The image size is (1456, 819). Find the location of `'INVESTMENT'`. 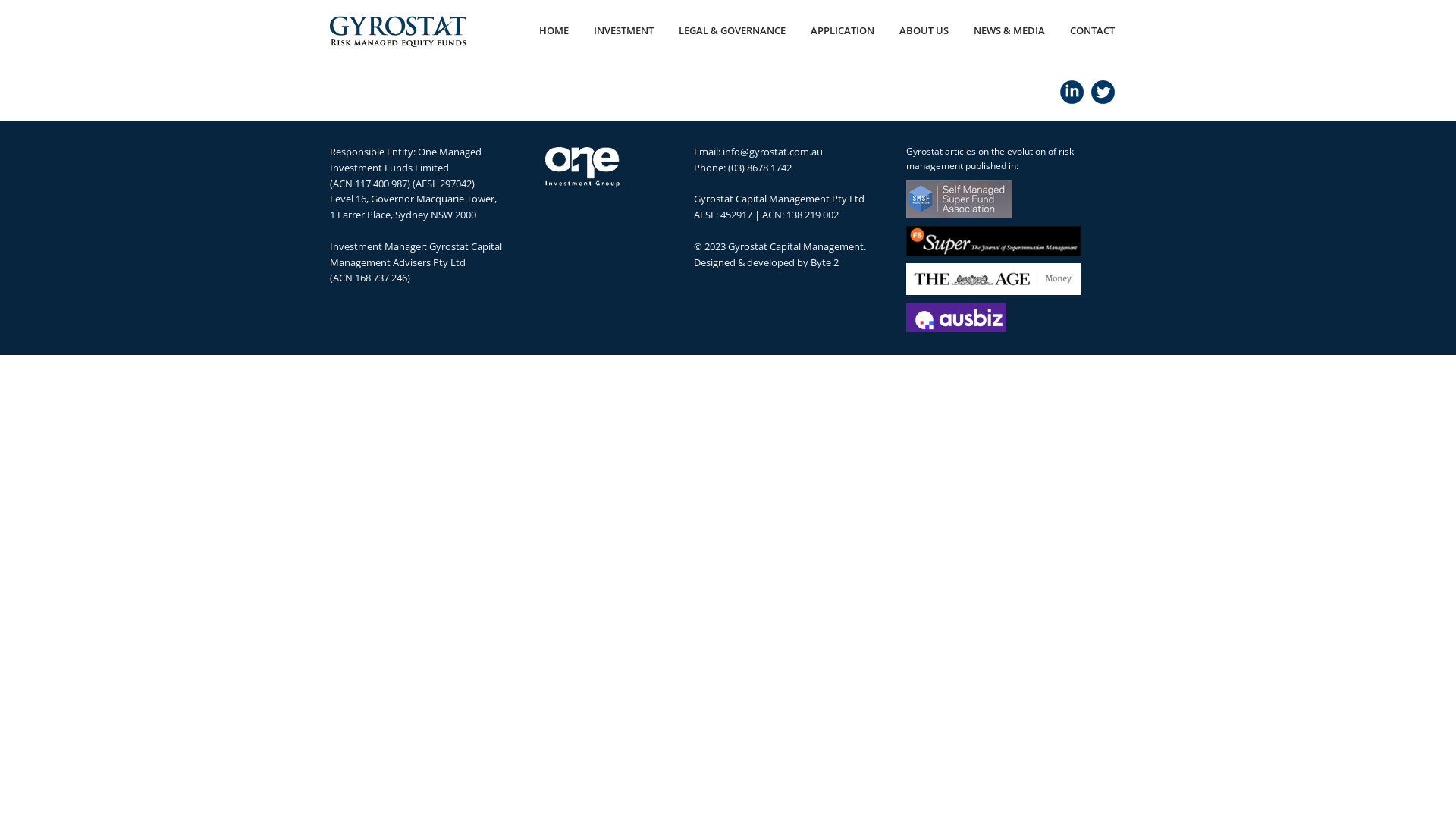

'INVESTMENT' is located at coordinates (623, 30).